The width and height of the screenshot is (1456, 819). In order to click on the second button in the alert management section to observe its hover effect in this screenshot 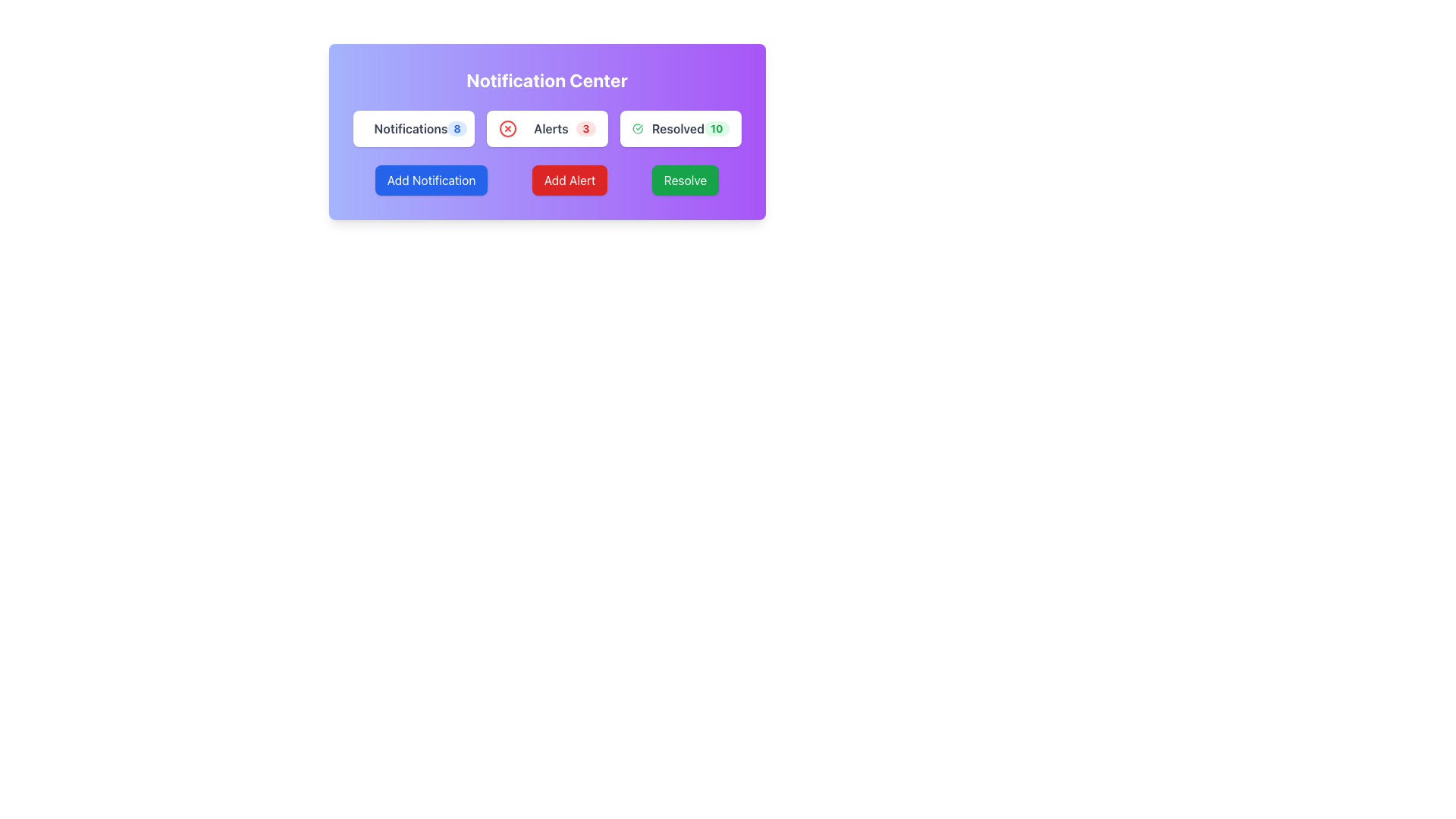, I will do `click(569, 180)`.